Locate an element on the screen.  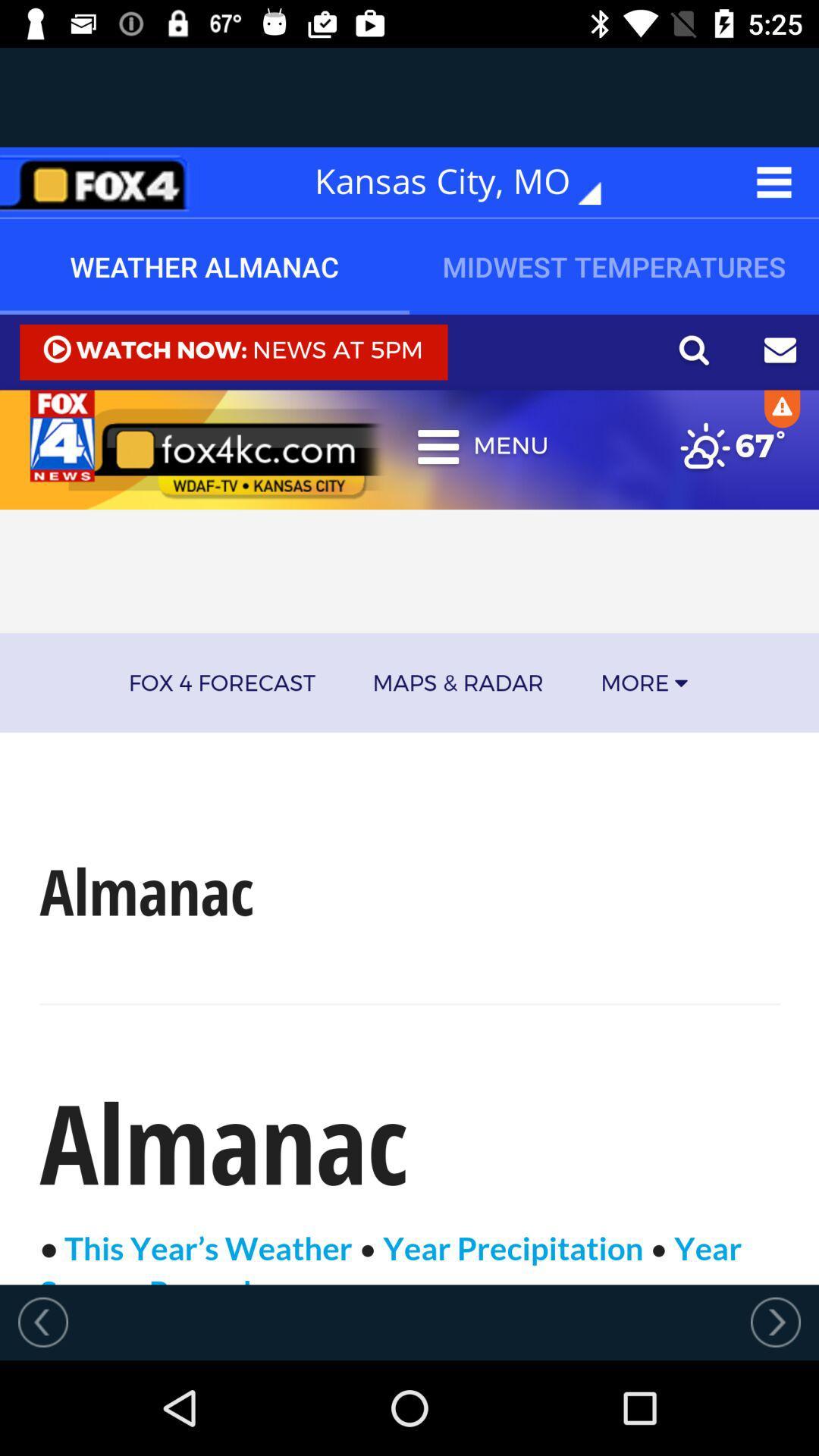
open the weather article is located at coordinates (409, 799).